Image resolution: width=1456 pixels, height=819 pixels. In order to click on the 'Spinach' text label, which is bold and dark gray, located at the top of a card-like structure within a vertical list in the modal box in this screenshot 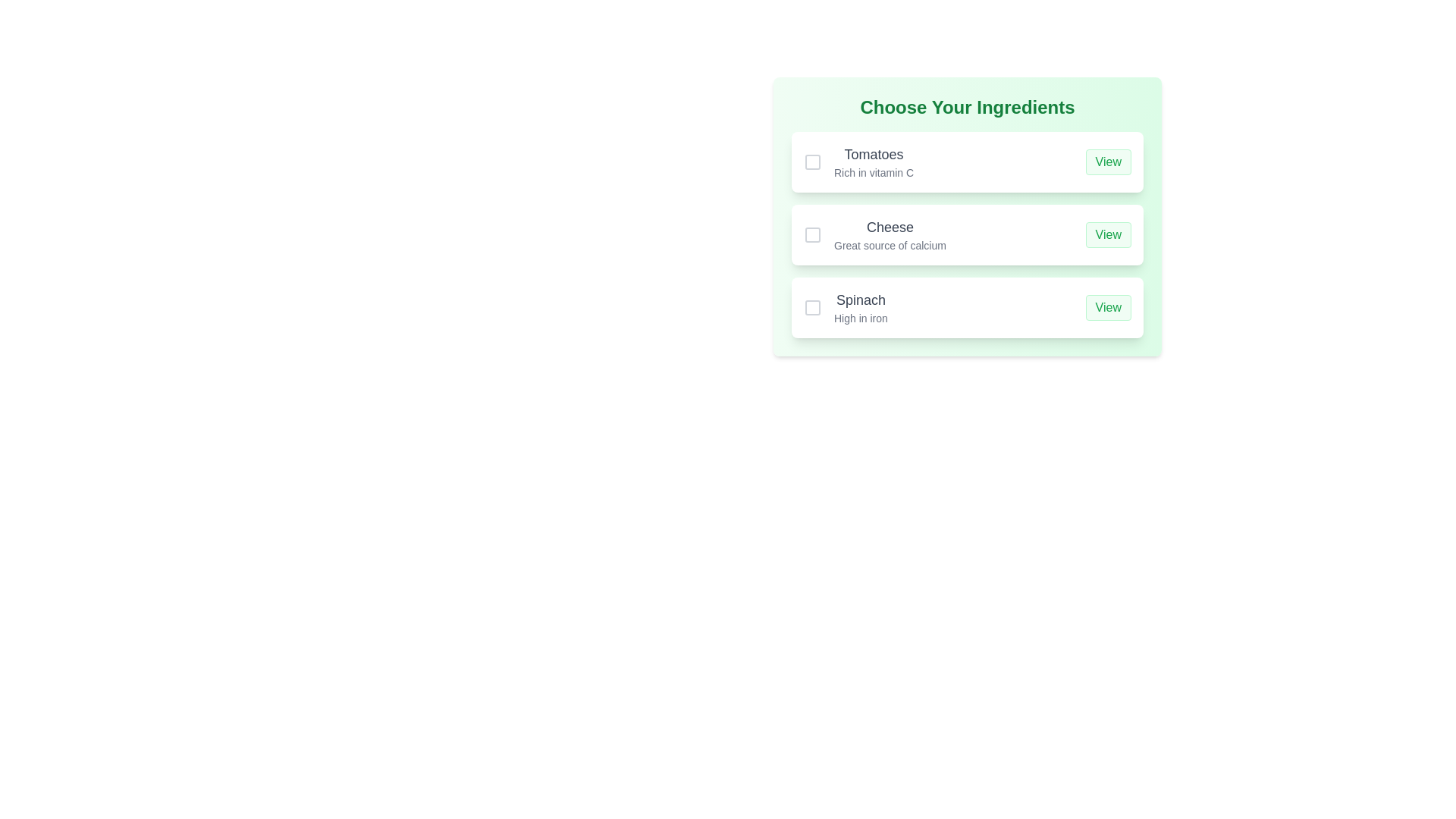, I will do `click(861, 300)`.